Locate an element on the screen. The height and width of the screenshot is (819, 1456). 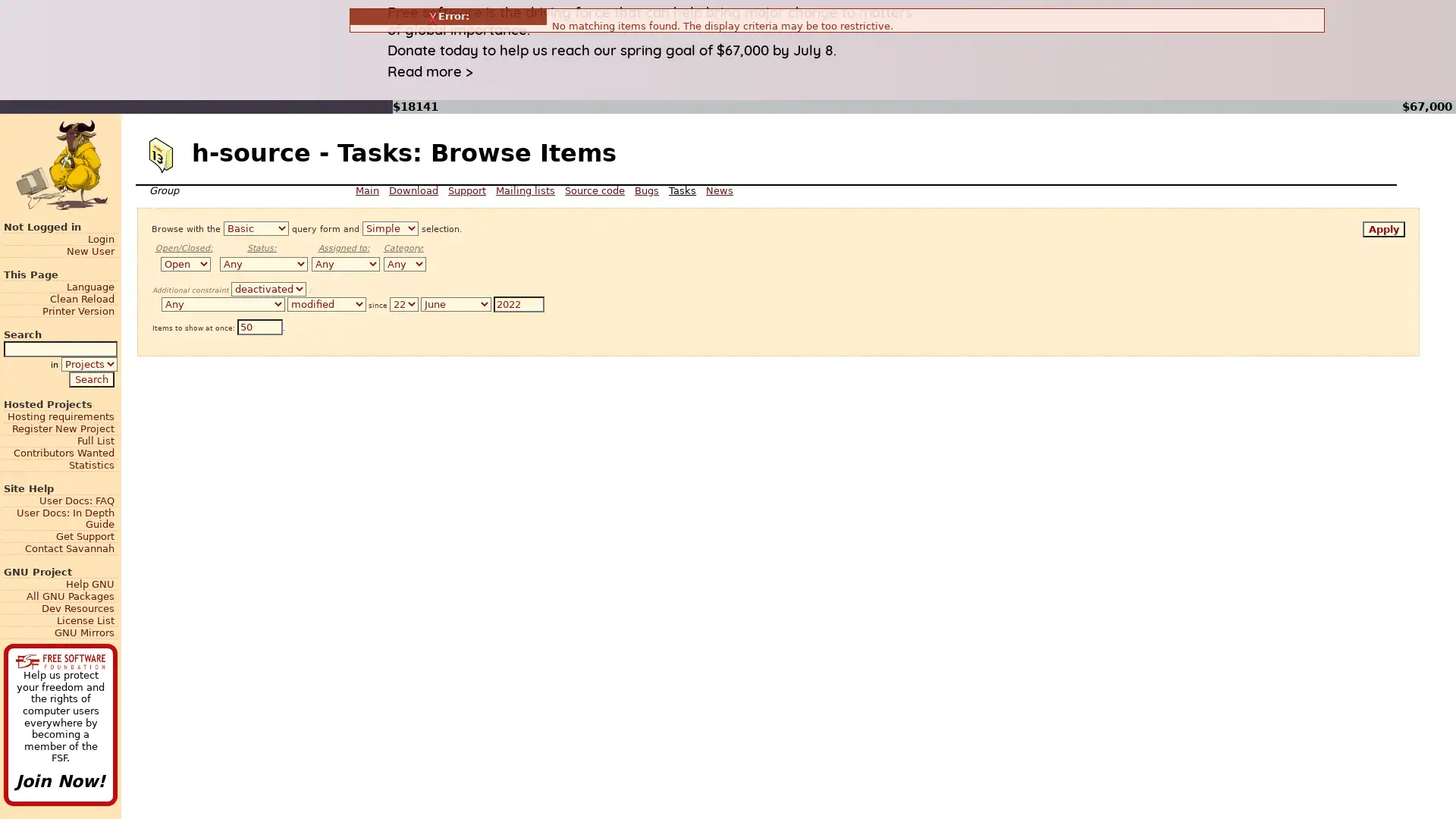
Apply is located at coordinates (1383, 229).